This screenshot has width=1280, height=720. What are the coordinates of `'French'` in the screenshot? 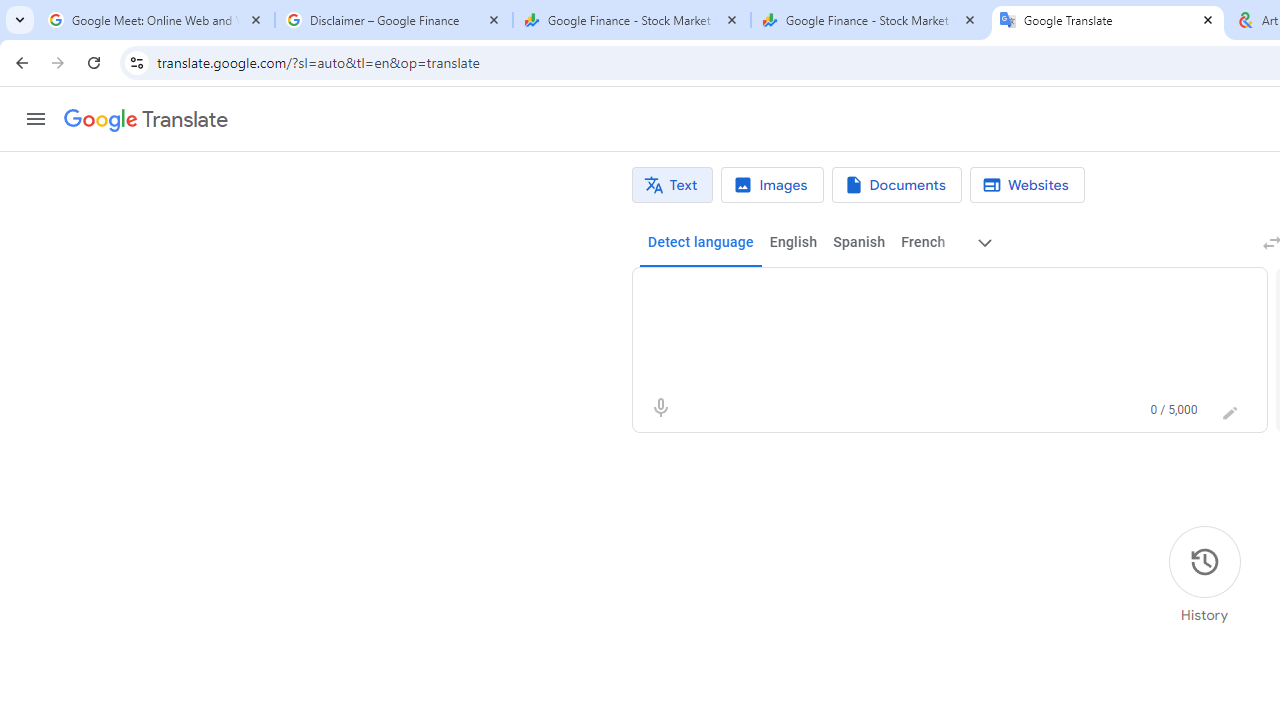 It's located at (921, 242).